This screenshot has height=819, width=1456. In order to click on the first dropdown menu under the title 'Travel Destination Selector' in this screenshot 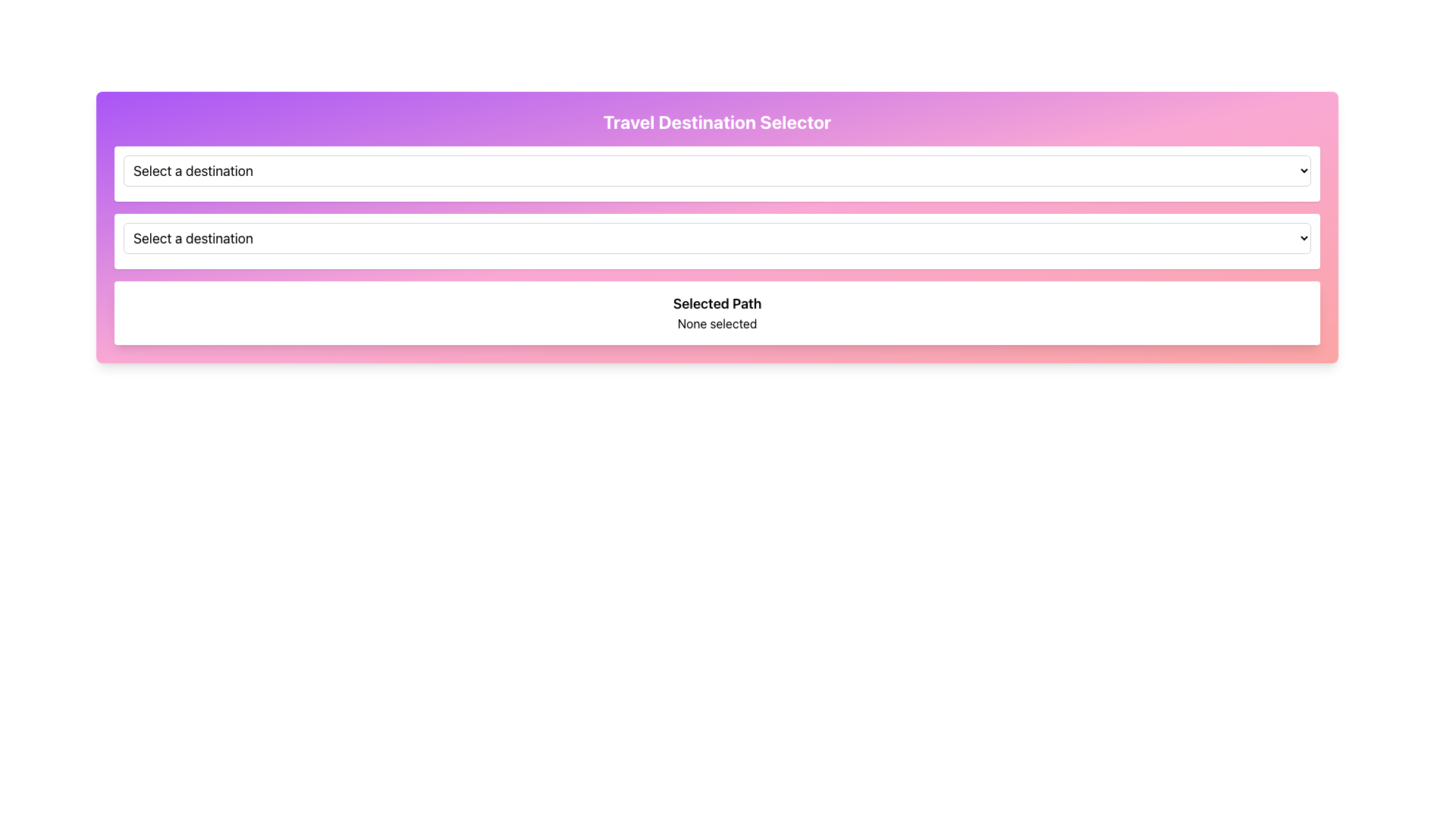, I will do `click(716, 170)`.